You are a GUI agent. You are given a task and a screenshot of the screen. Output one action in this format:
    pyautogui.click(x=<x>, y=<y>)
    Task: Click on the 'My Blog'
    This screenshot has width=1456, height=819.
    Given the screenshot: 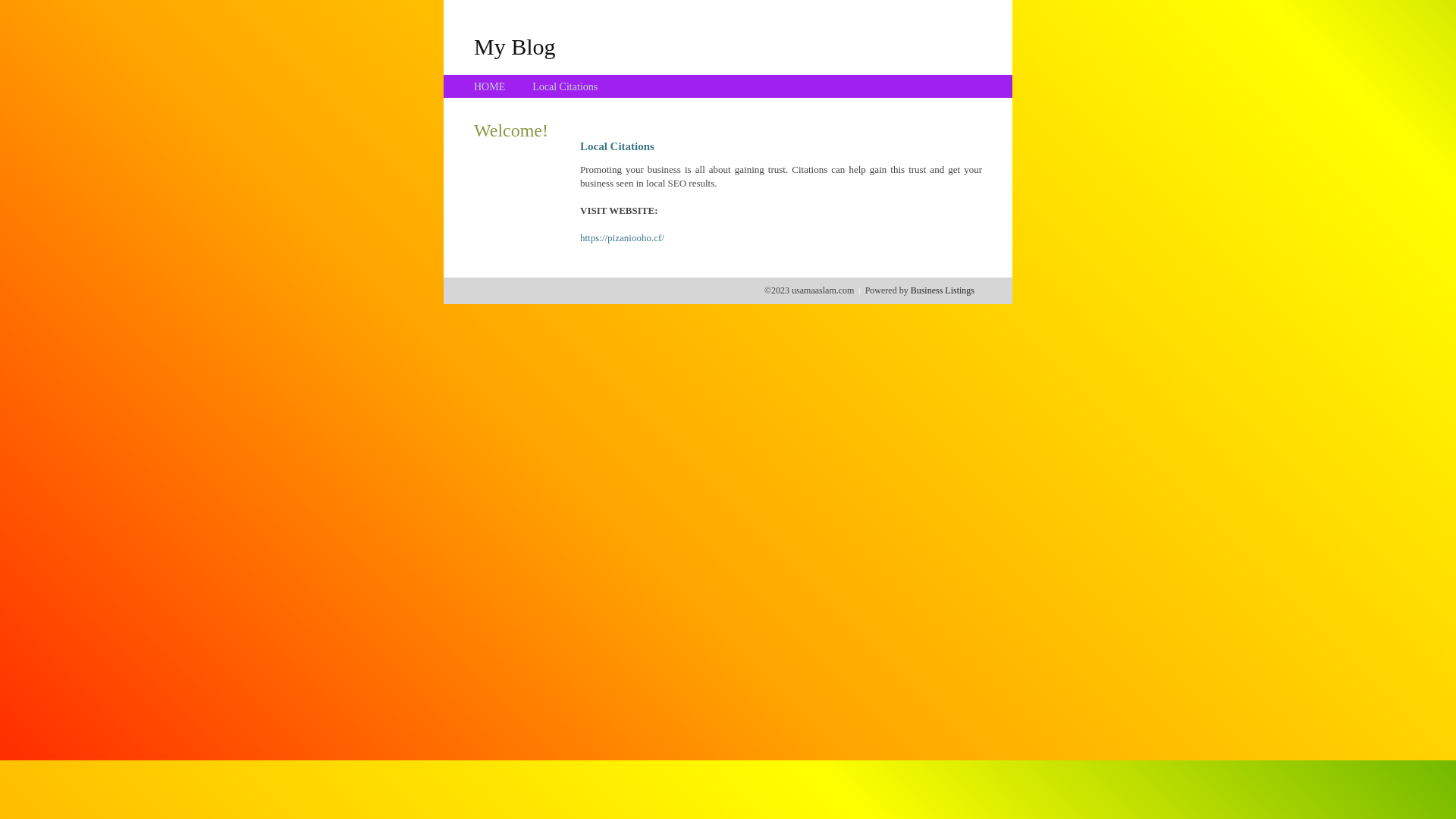 What is the action you would take?
    pyautogui.click(x=514, y=45)
    